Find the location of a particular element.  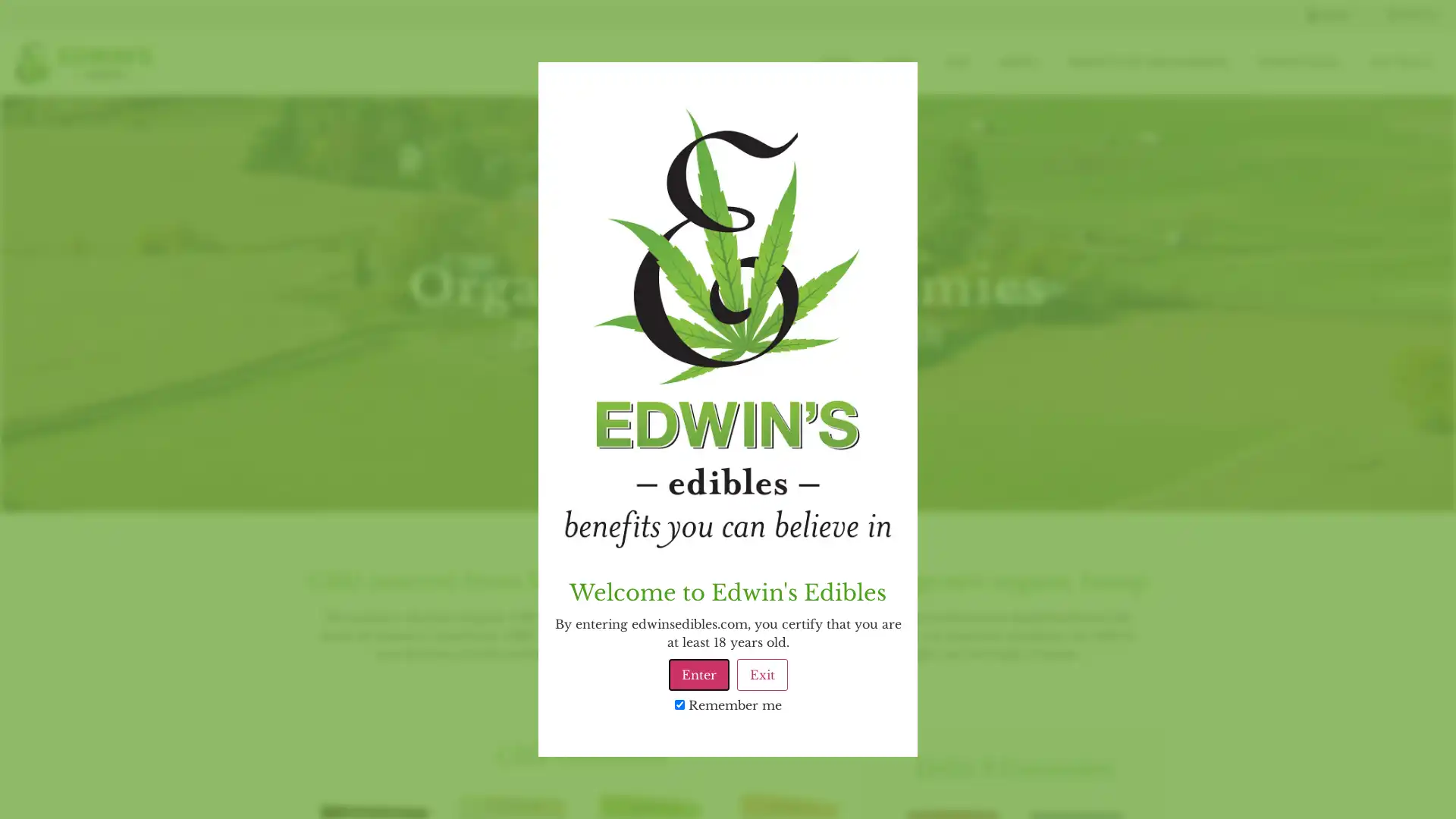

Enter is located at coordinates (698, 674).